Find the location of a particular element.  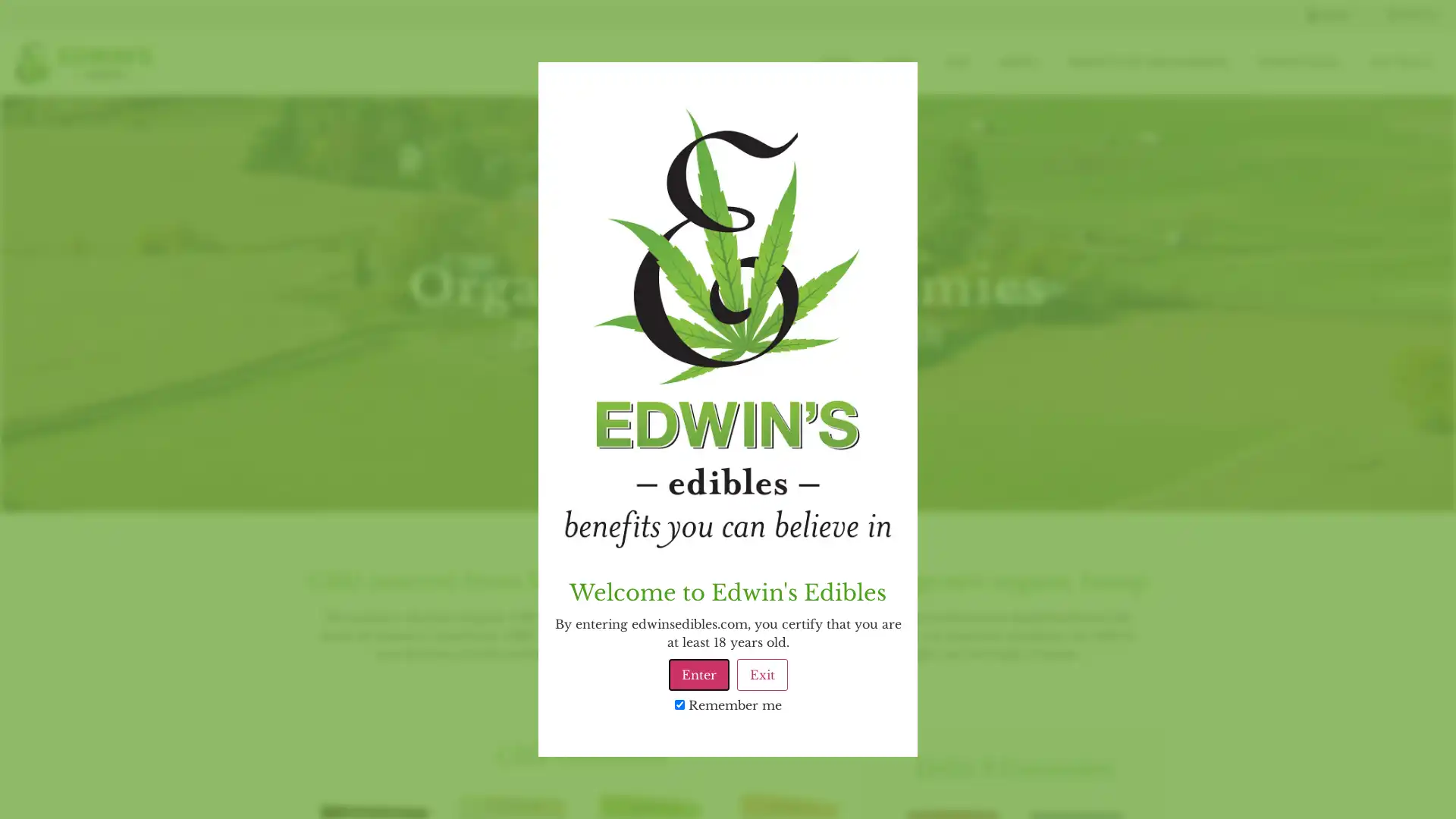

Enter is located at coordinates (698, 674).